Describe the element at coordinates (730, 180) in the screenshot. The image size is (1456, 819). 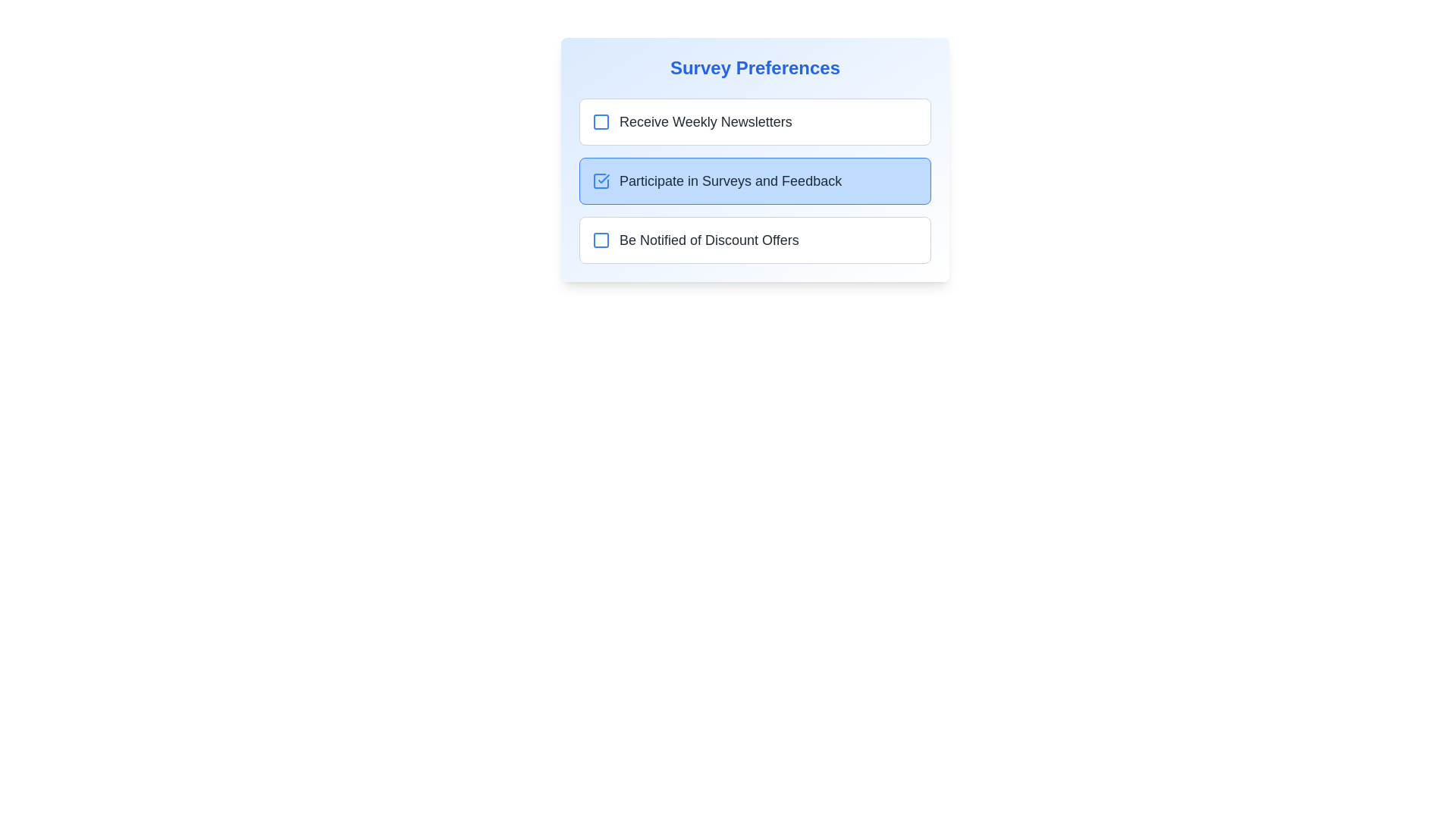
I see `the text label for the survey preference option, which is the second item in the vertical list within the 'Survey Preferences' panel, located next to a blue checkbox icon` at that location.